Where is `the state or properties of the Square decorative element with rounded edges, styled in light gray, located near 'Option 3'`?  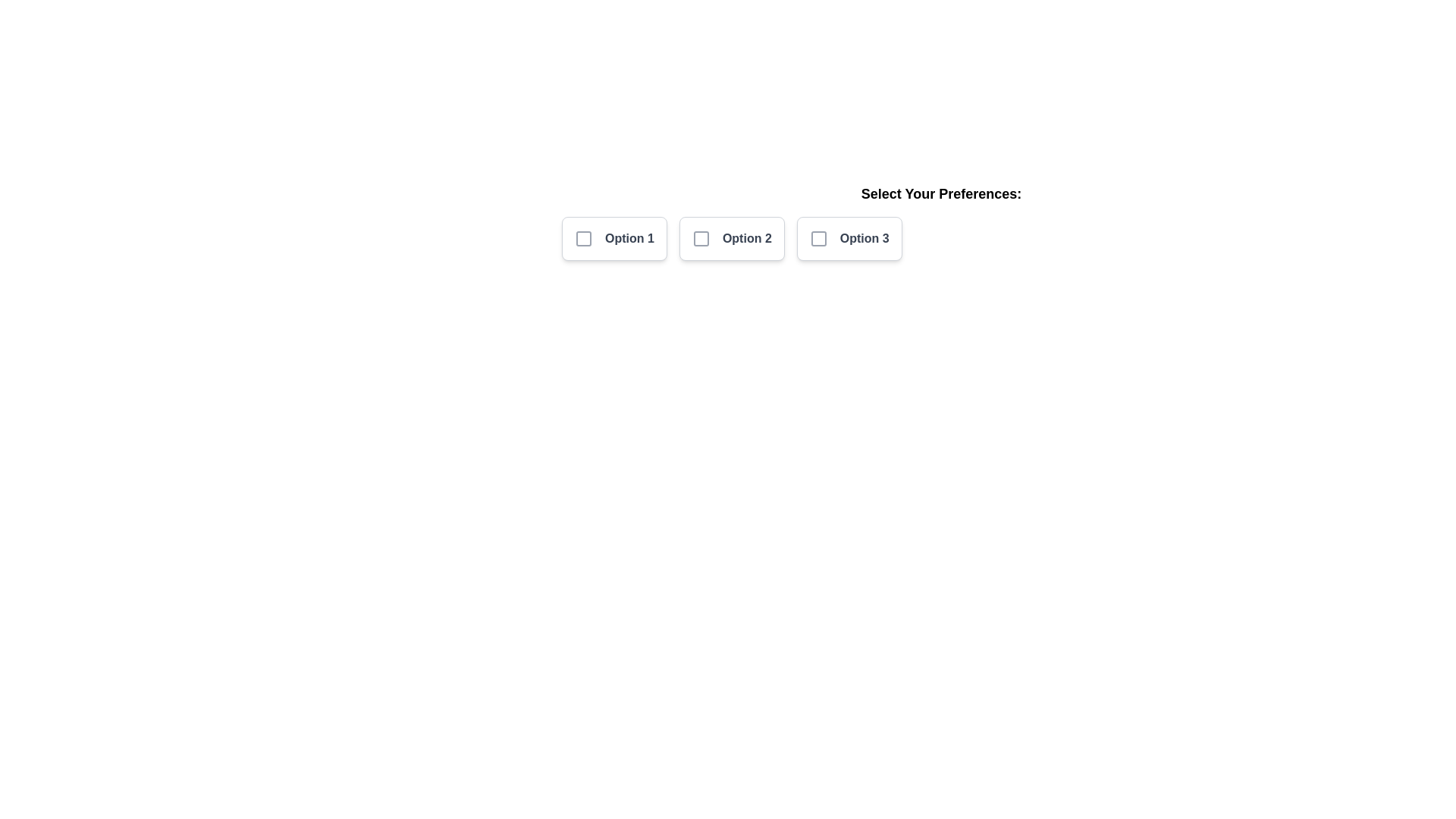
the state or properties of the Square decorative element with rounded edges, styled in light gray, located near 'Option 3' is located at coordinates (817, 239).